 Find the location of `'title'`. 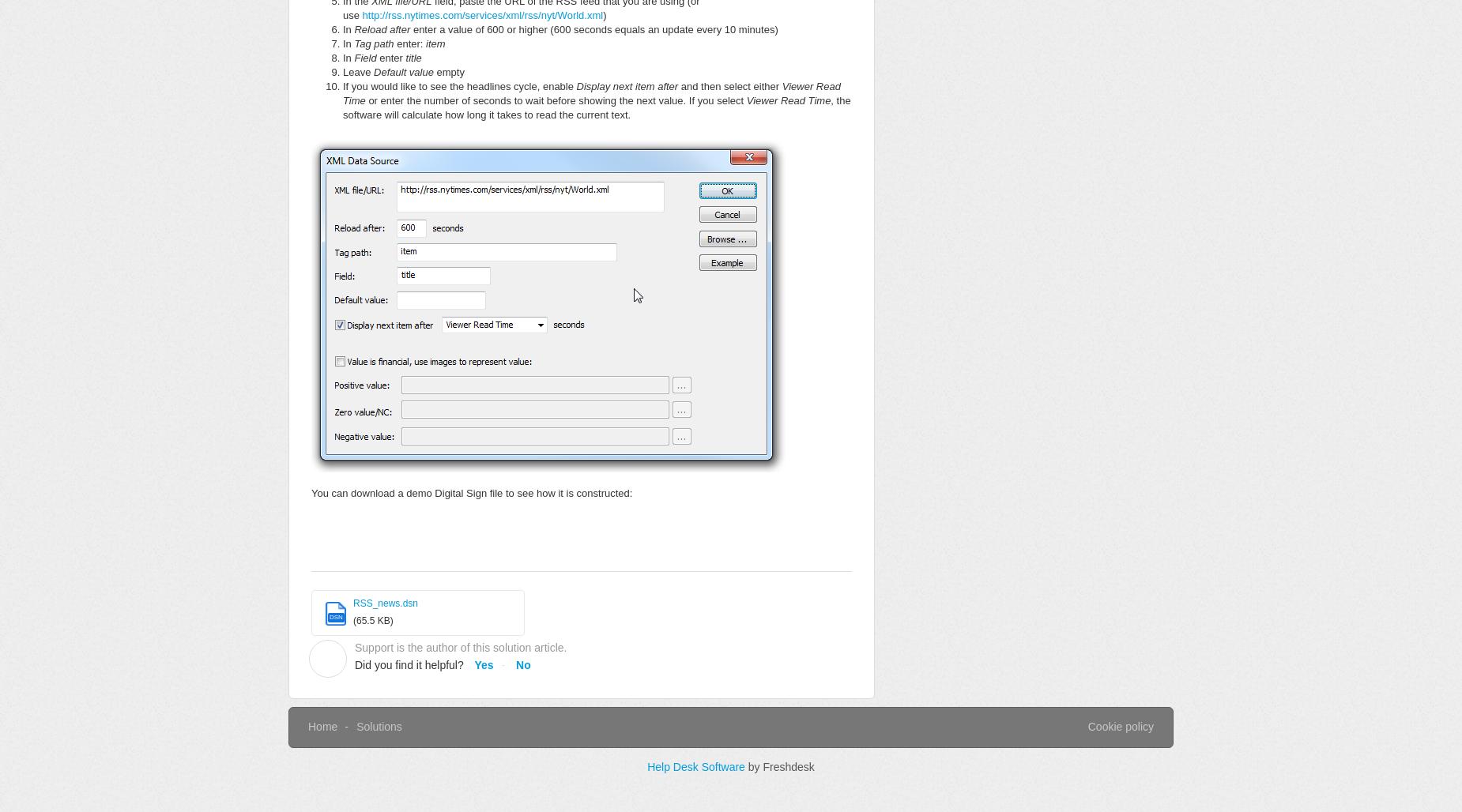

'title' is located at coordinates (413, 57).